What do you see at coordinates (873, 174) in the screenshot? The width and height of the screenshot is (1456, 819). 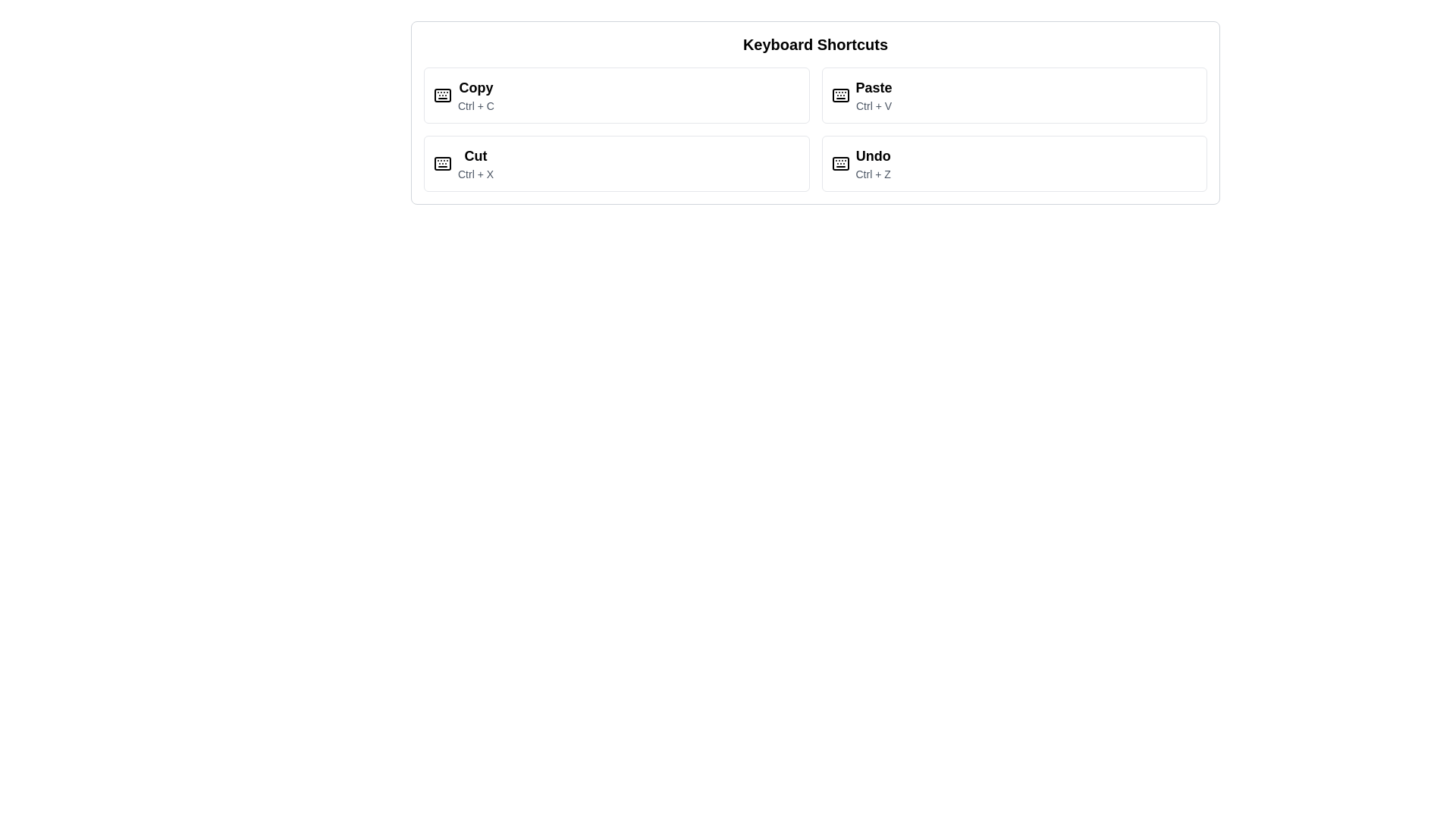 I see `the 'Ctrl + Z' text label, which is styled in a smaller font with a lighter gray color and positioned below the 'Undo' label` at bounding box center [873, 174].